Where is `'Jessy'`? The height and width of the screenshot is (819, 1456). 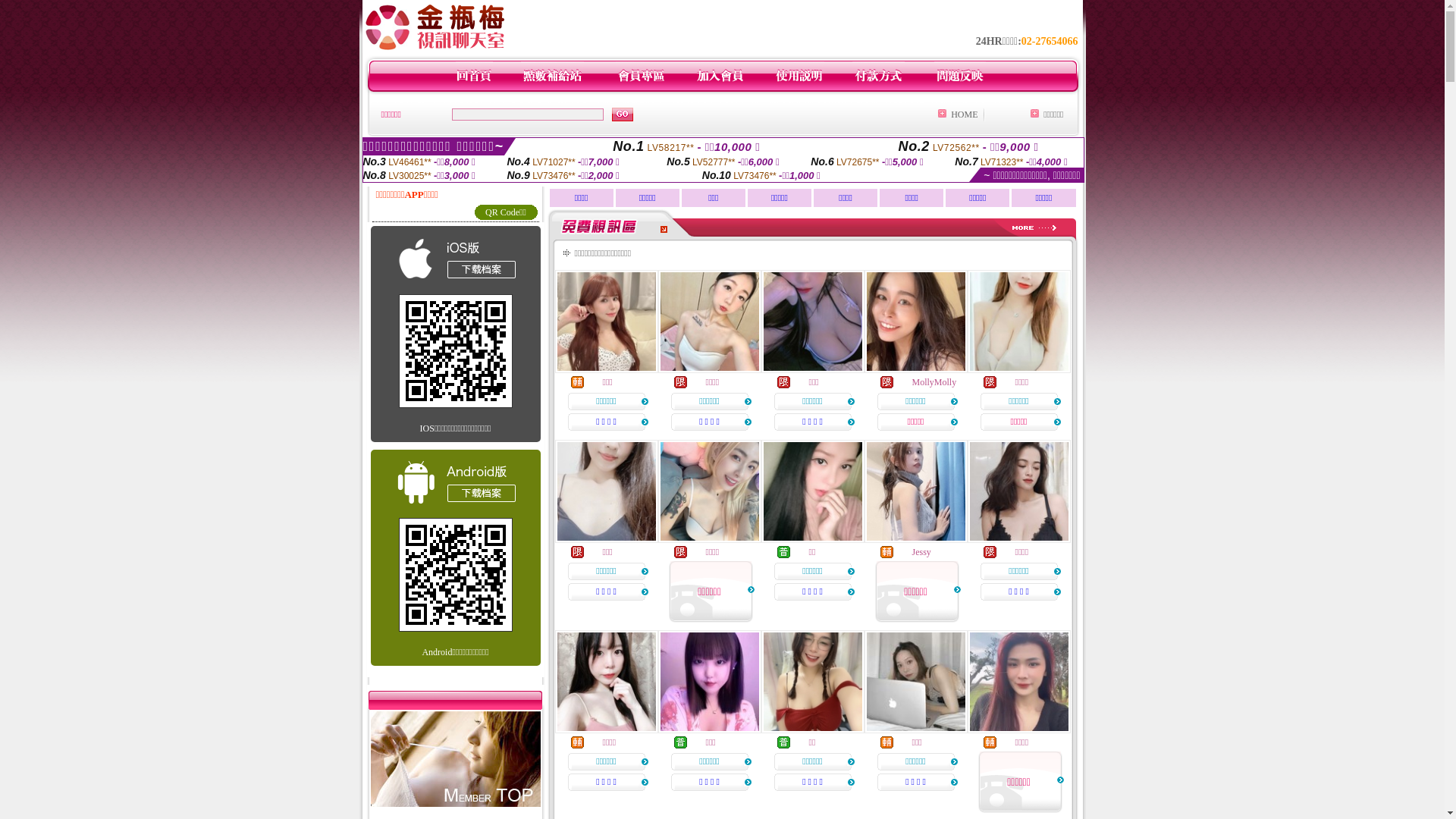 'Jessy' is located at coordinates (920, 552).